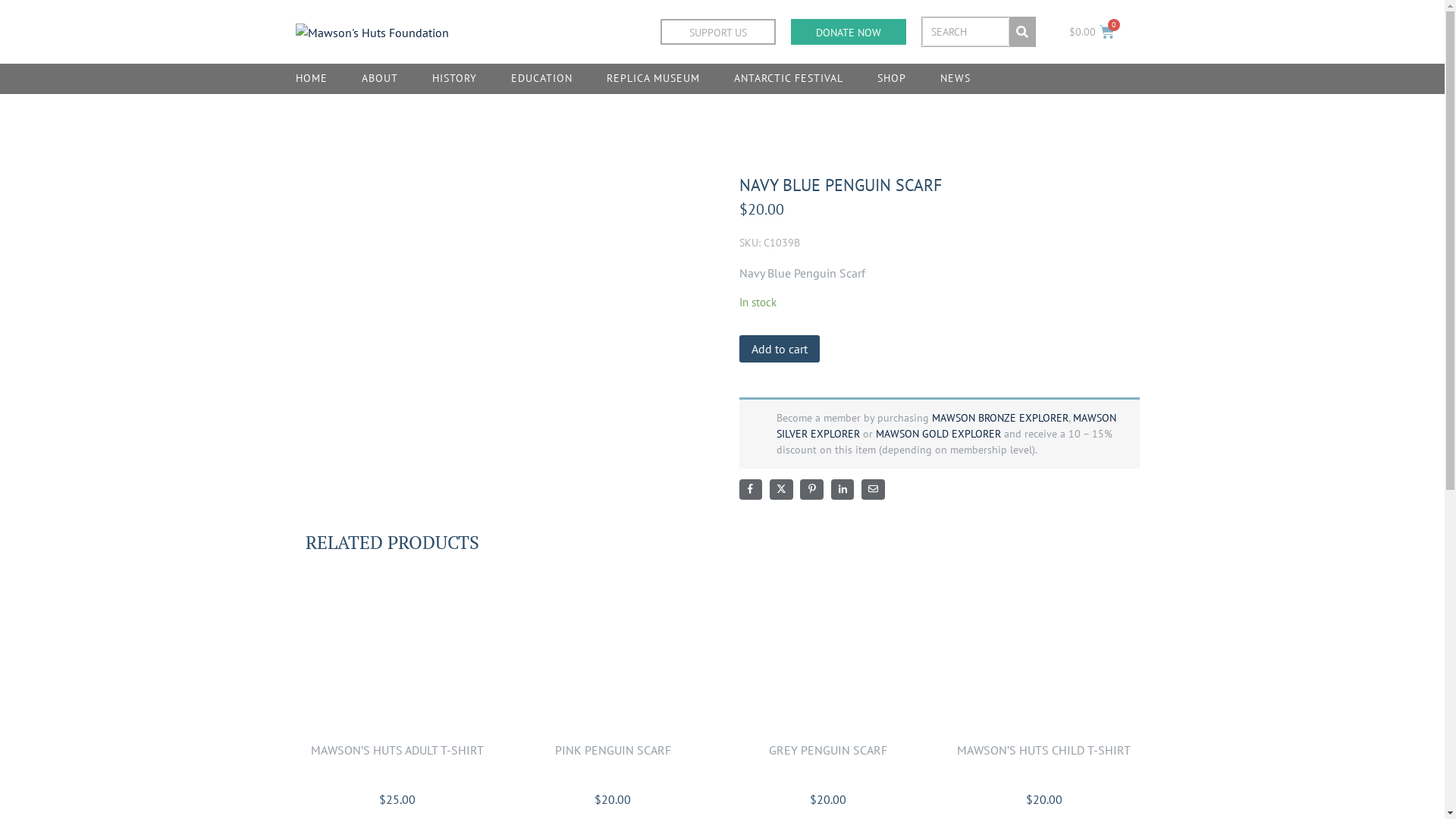 The height and width of the screenshot is (819, 1456). I want to click on 'HISTORY', so click(453, 79).